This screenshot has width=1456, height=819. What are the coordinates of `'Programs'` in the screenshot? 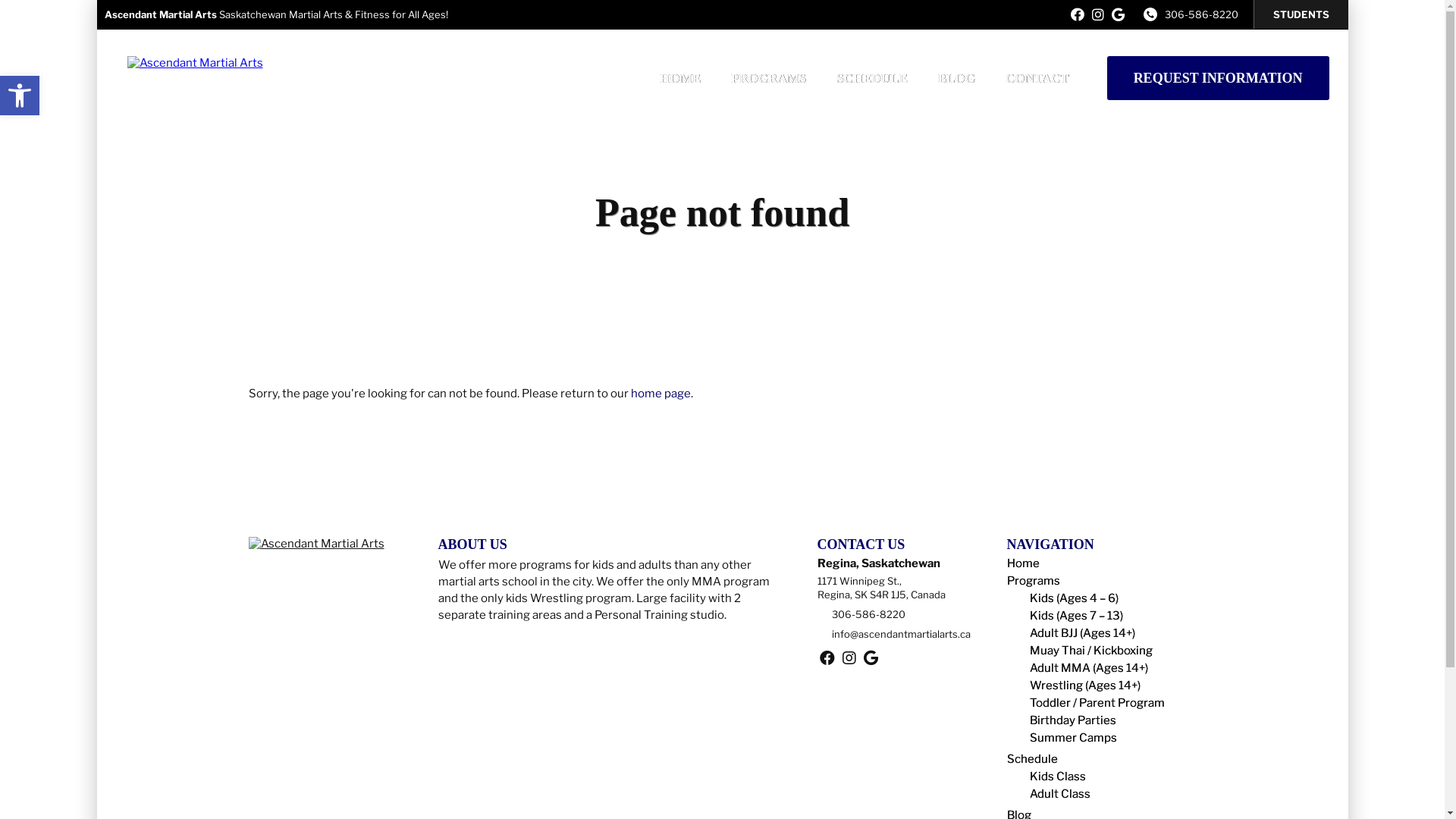 It's located at (1033, 580).